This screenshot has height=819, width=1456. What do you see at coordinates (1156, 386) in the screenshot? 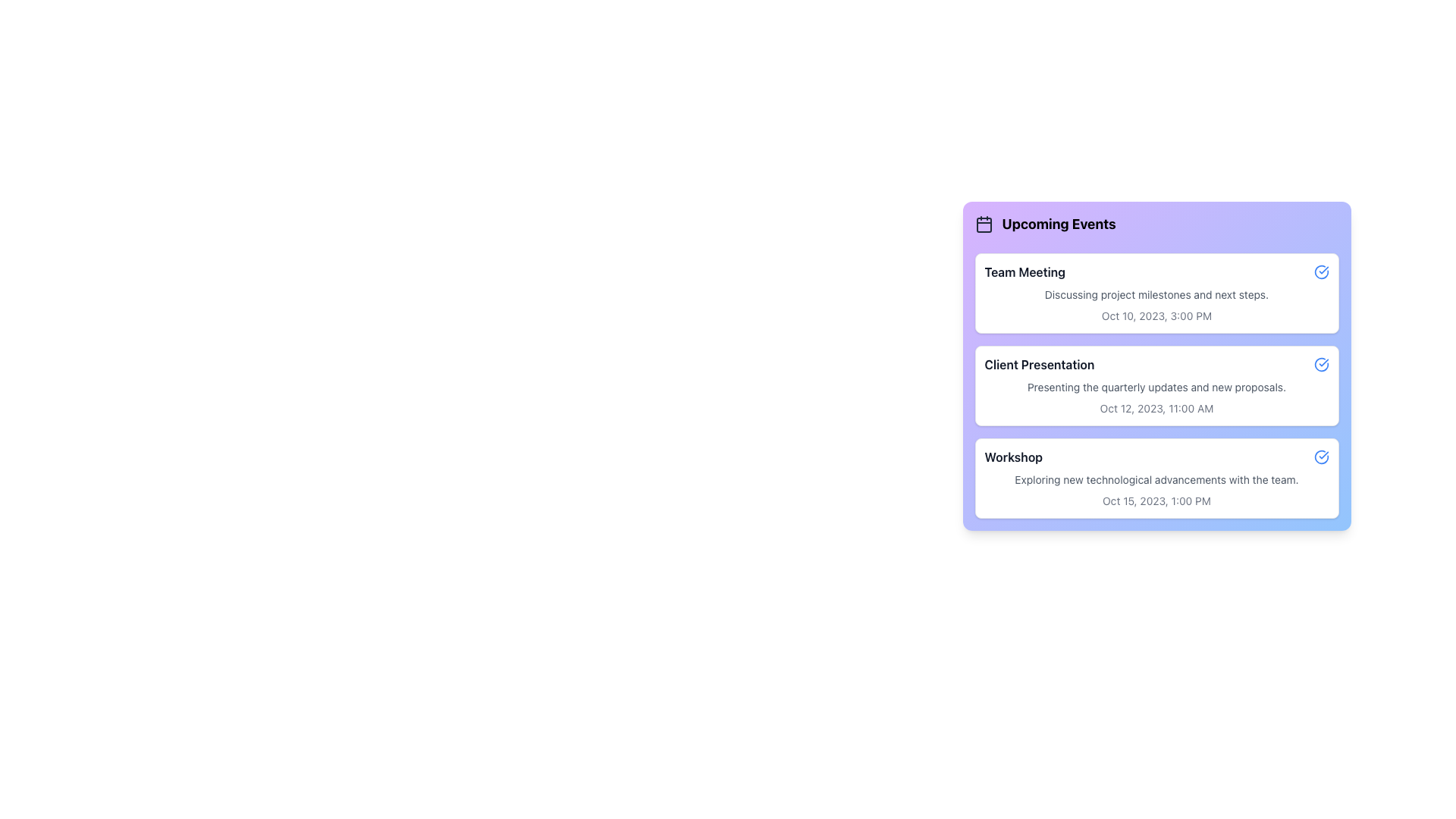
I see `the text label stating 'Presenting the quarterly updates and new proposals.' located below the 'Client Presentation' title in the 'Upcoming Events' section` at bounding box center [1156, 386].